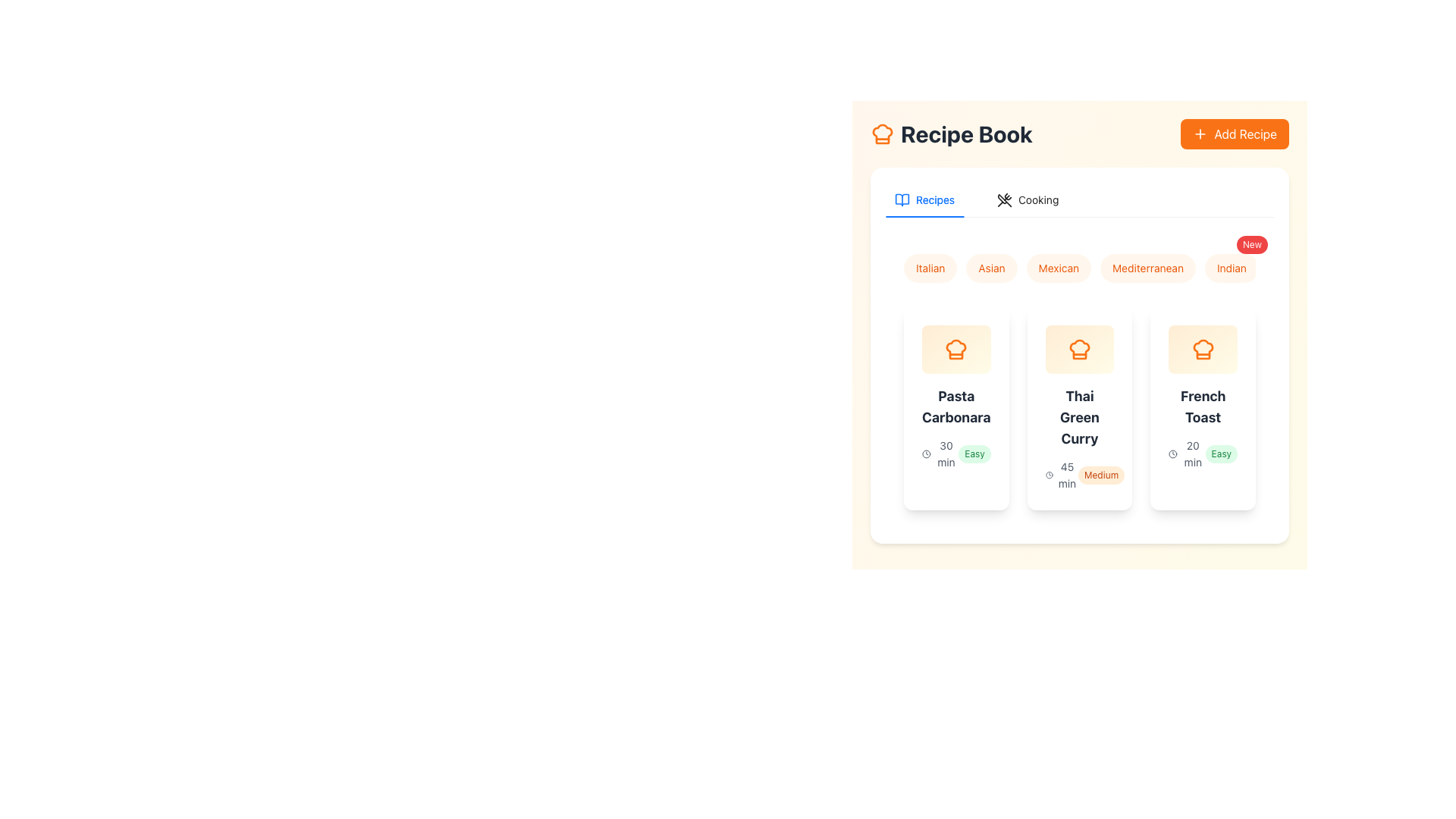 The height and width of the screenshot is (819, 1456). I want to click on the 'Cooking' tab in the tab navigation bar to switch to its content, so click(1028, 199).